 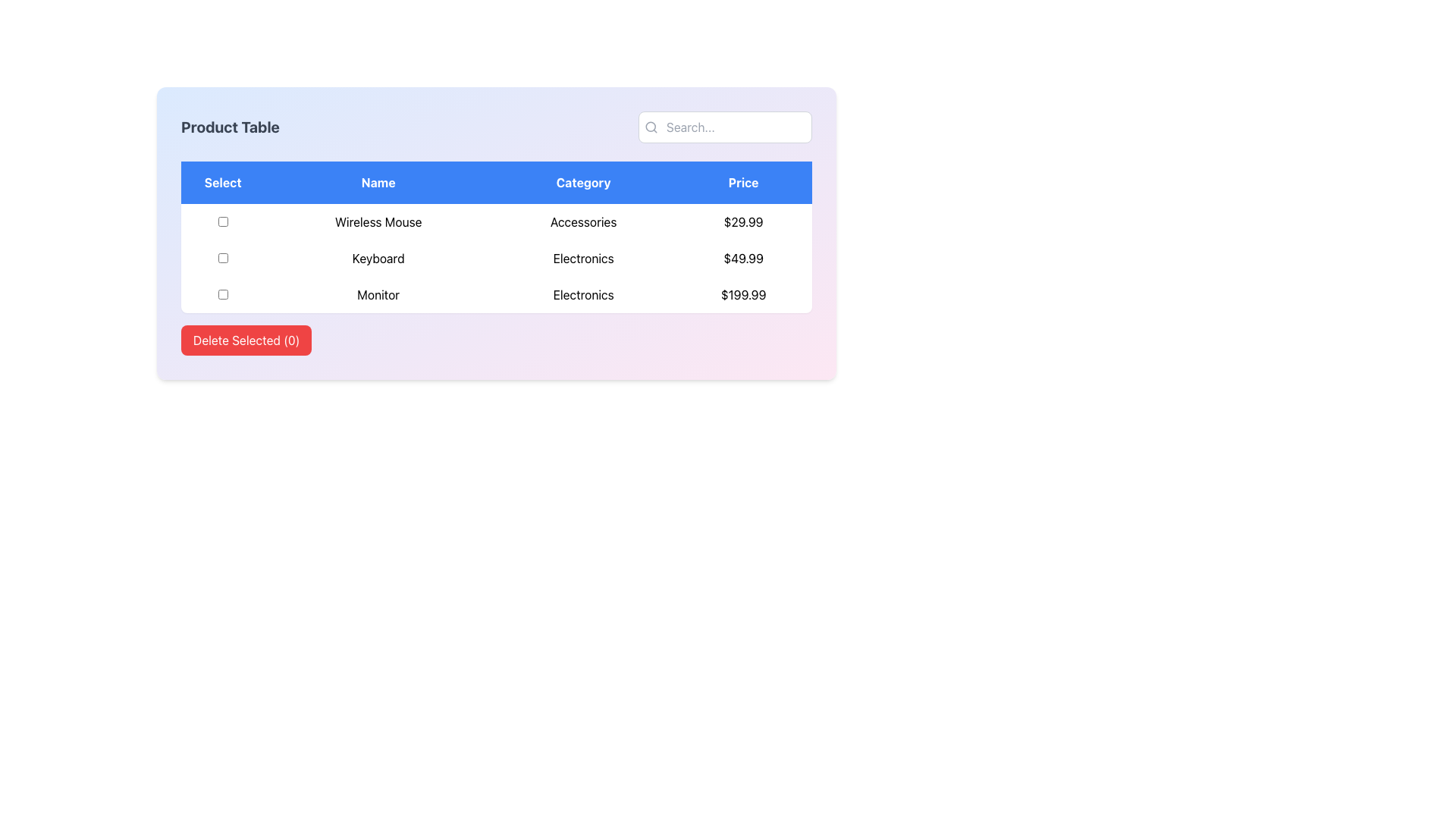 What do you see at coordinates (496, 295) in the screenshot?
I see `the 'Monitor' table row which contains the checkbox, product name 'Monitor', category 'Electronics', and price '$199.99' to possibly trigger related actions` at bounding box center [496, 295].